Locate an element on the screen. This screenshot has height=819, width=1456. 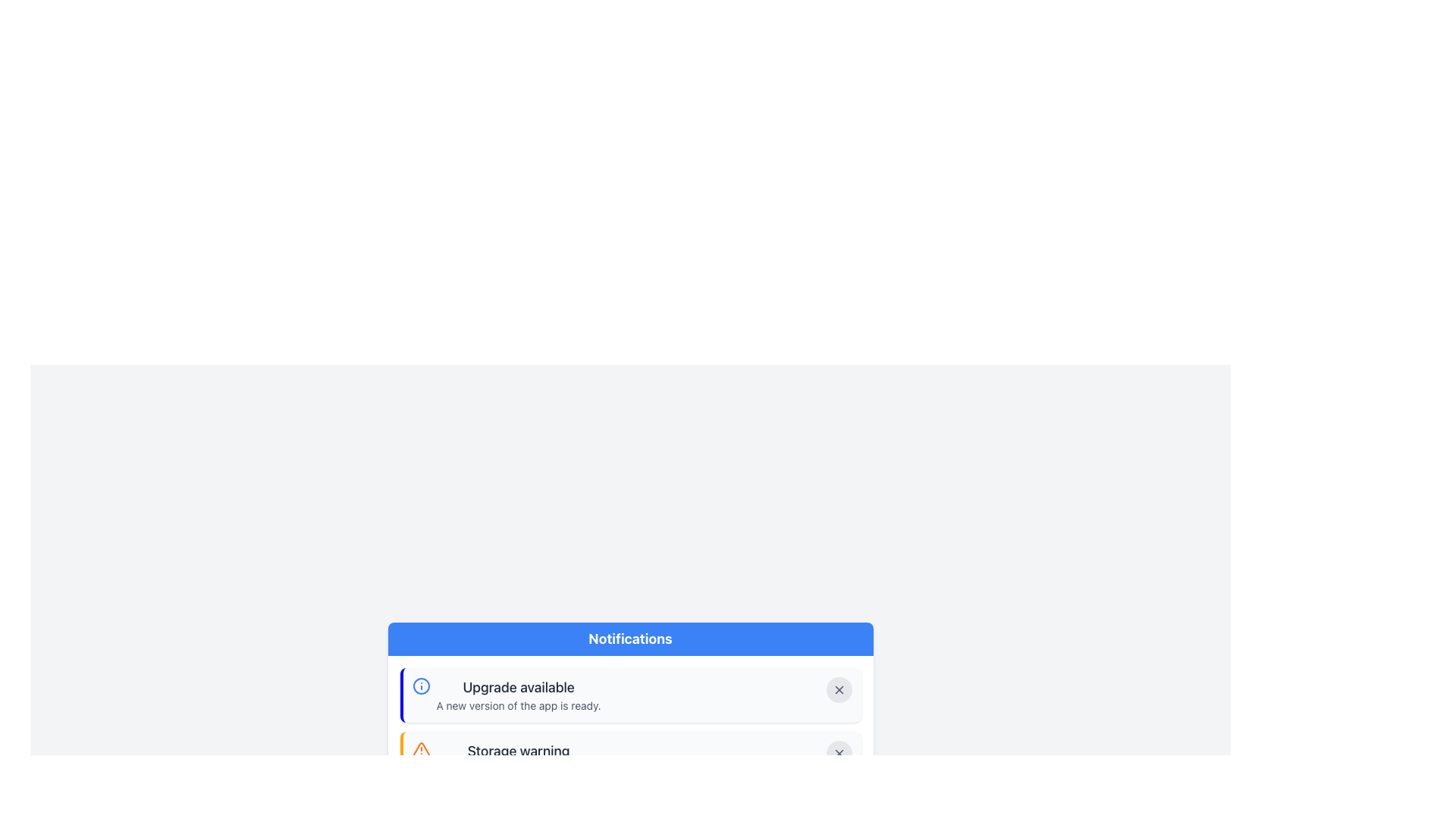
the informational text element that provides details about the 'Upgrade available' notification, located directly beneath the header is located at coordinates (519, 705).